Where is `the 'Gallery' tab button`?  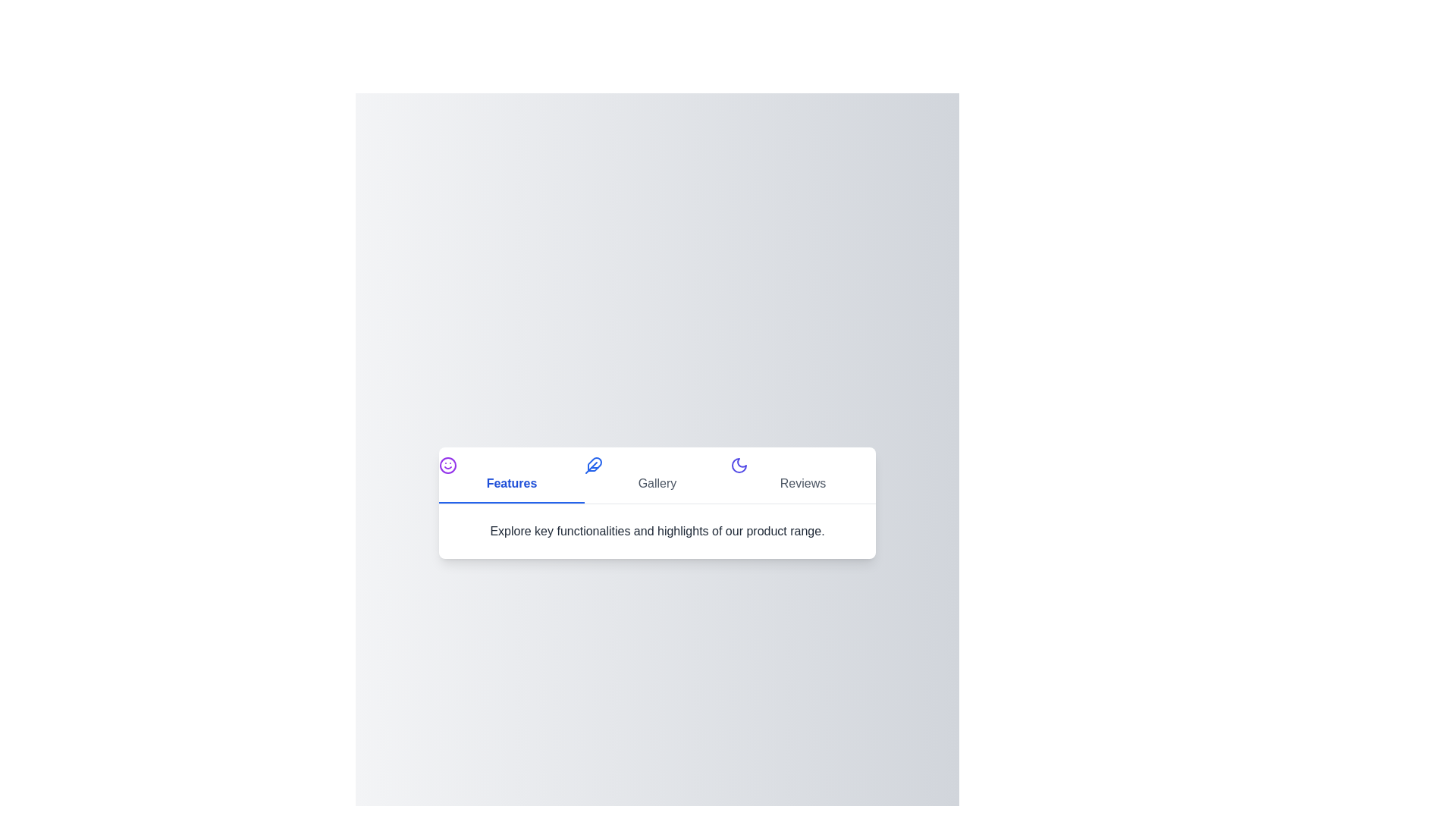
the 'Gallery' tab button is located at coordinates (657, 474).